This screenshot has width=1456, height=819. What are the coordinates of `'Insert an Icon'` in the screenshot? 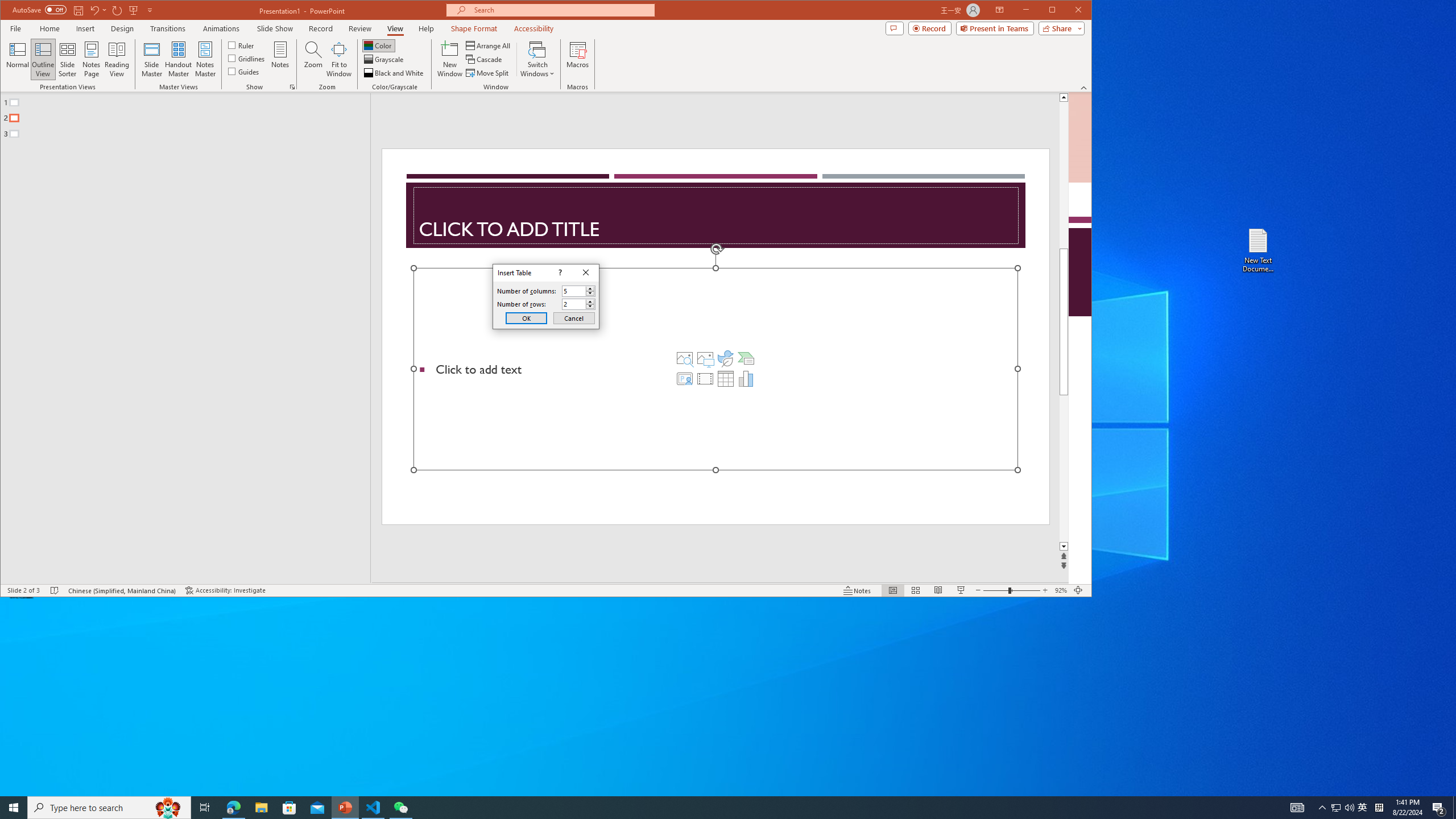 It's located at (725, 358).